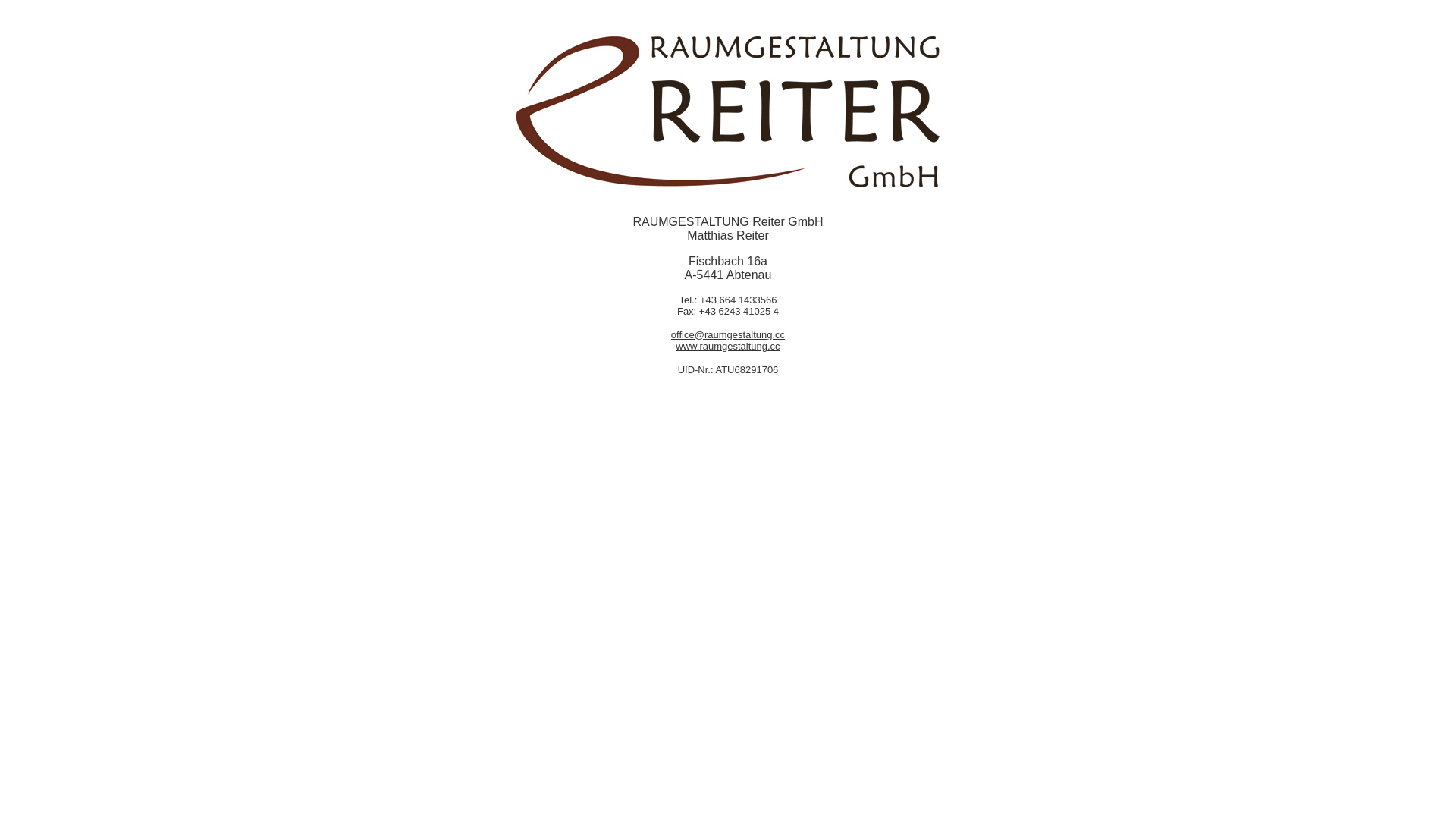  What do you see at coordinates (726, 346) in the screenshot?
I see `'www.raumgestaltung.cc'` at bounding box center [726, 346].